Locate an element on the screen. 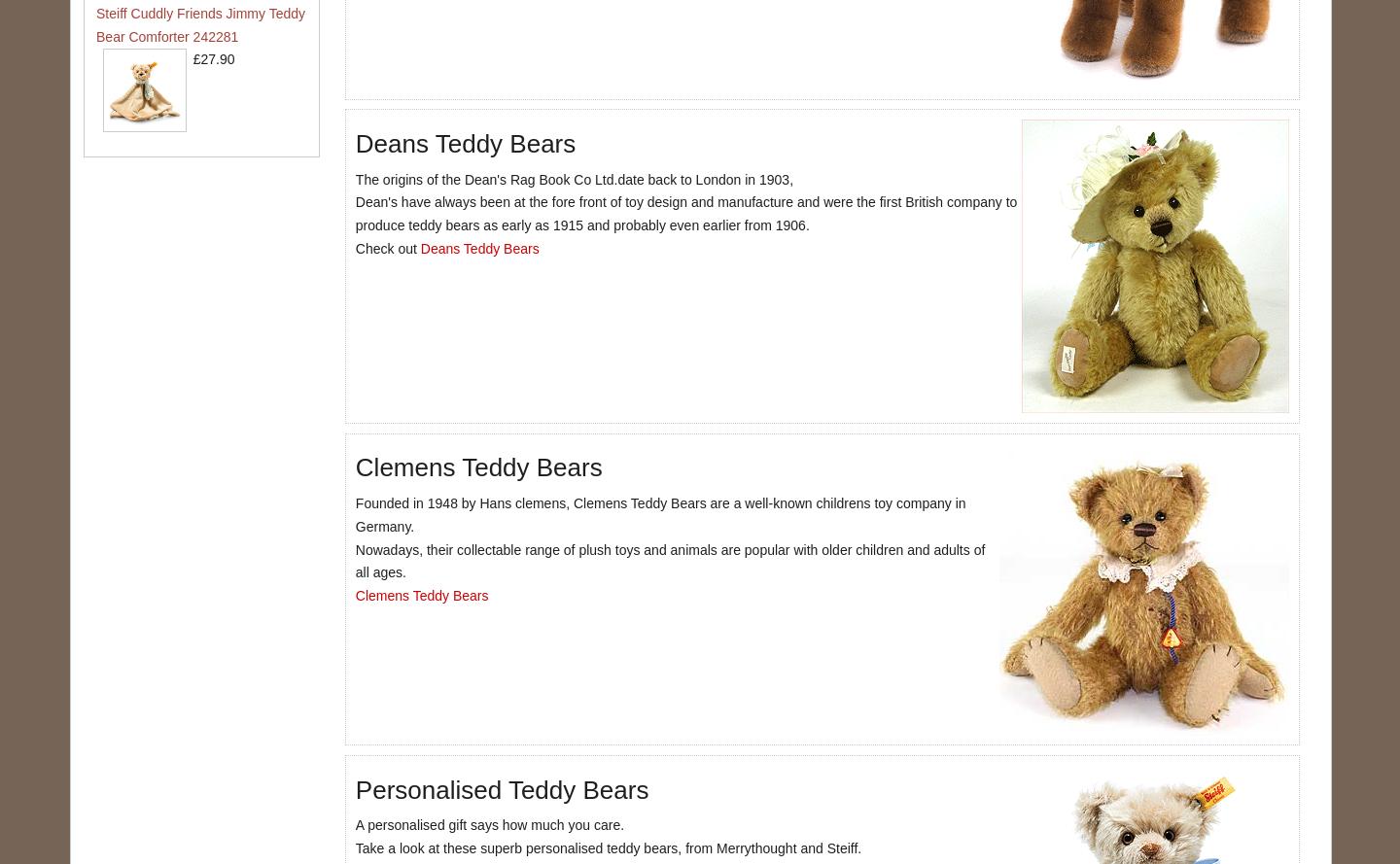 The width and height of the screenshot is (1400, 864). 'Nowadays, their collectable range of plush toys and animals are popular with older children and adults of all ages.' is located at coordinates (670, 559).